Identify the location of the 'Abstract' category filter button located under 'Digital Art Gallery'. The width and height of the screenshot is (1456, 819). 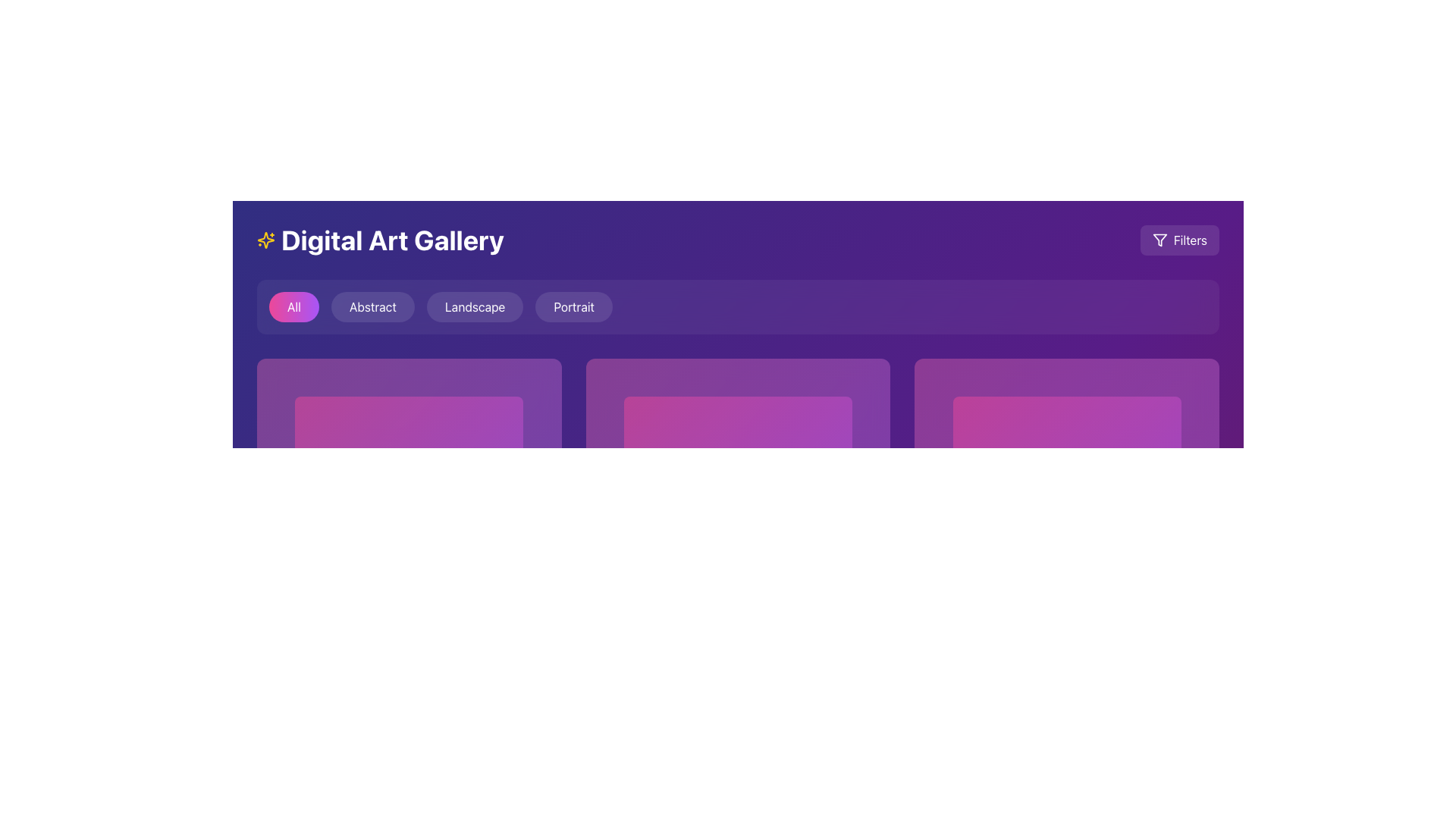
(372, 307).